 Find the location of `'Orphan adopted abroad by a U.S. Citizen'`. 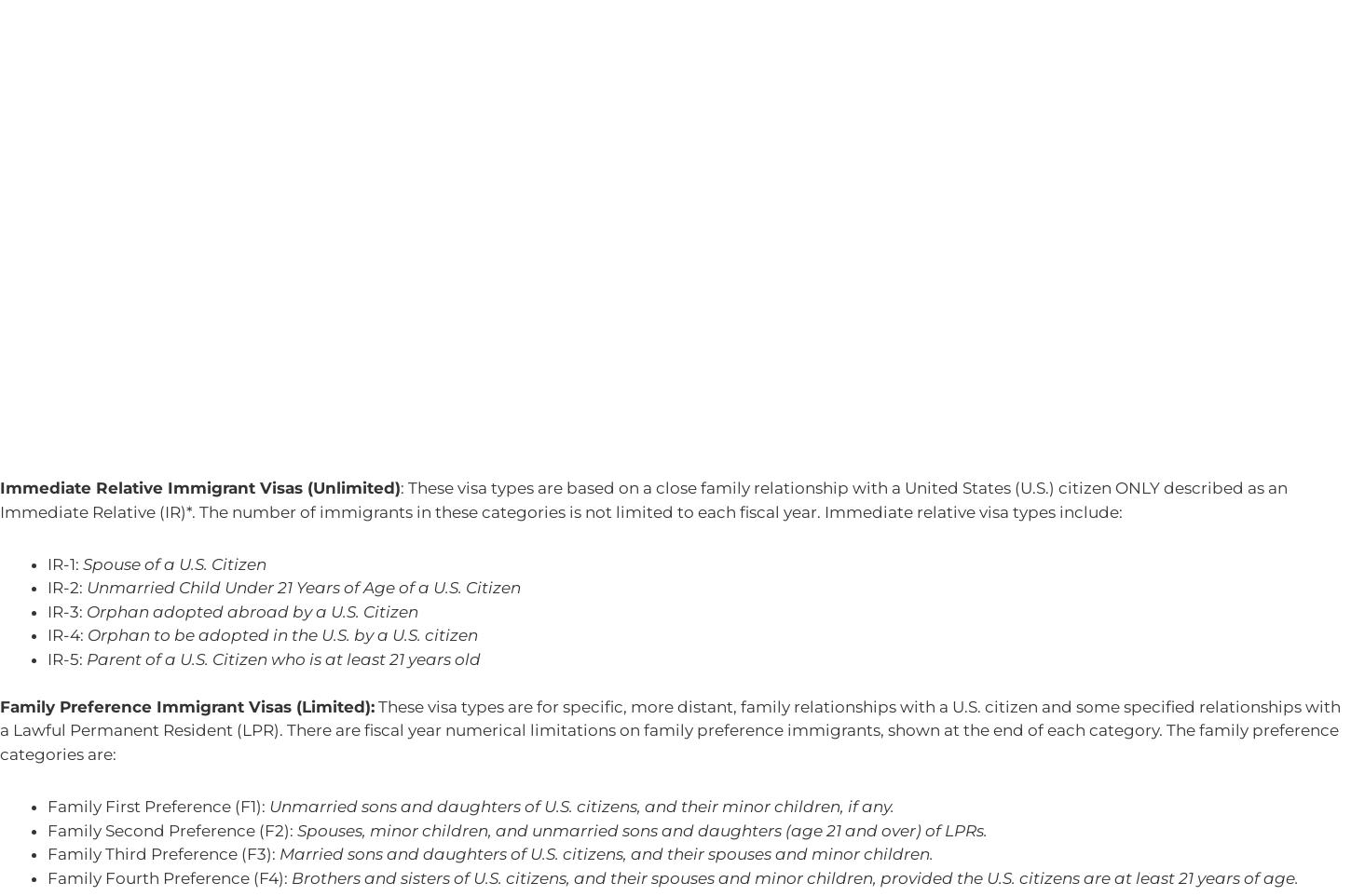

'Orphan adopted abroad by a U.S. Citizen' is located at coordinates (86, 610).